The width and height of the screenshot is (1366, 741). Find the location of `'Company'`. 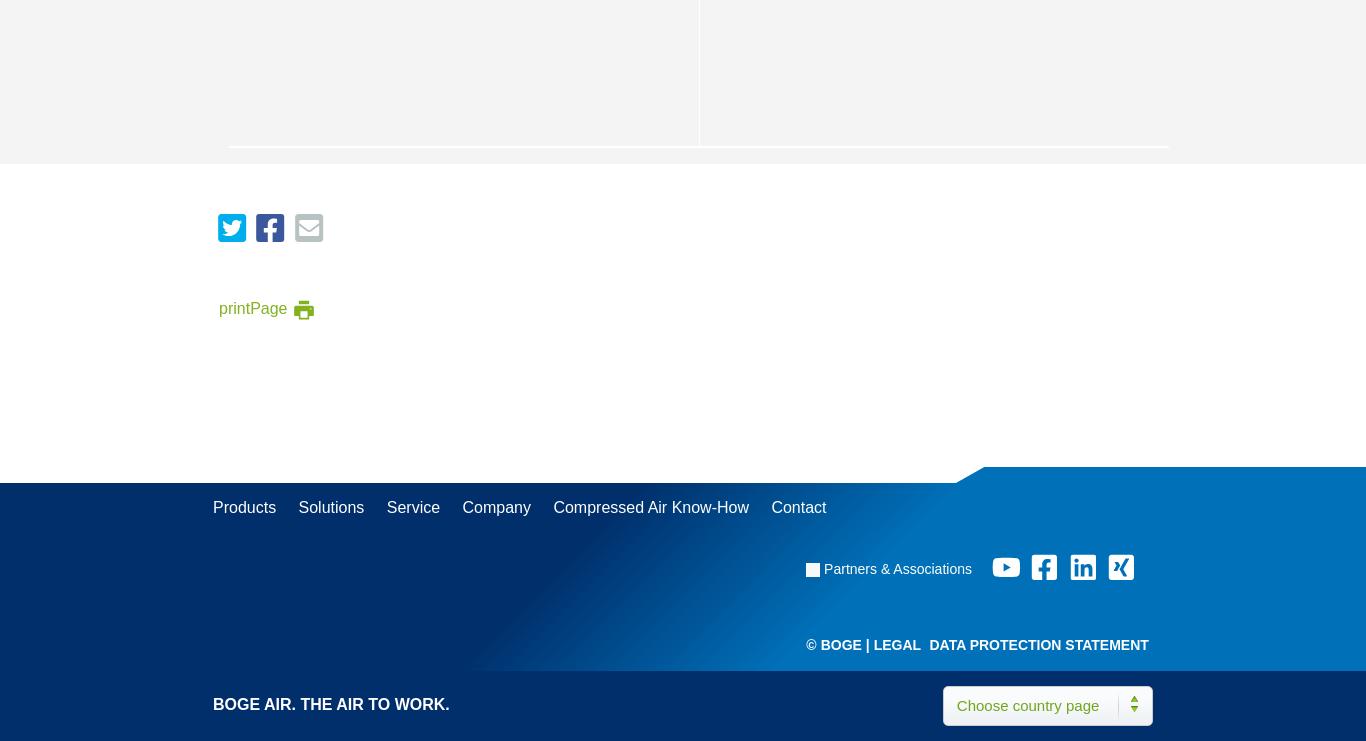

'Company' is located at coordinates (495, 506).